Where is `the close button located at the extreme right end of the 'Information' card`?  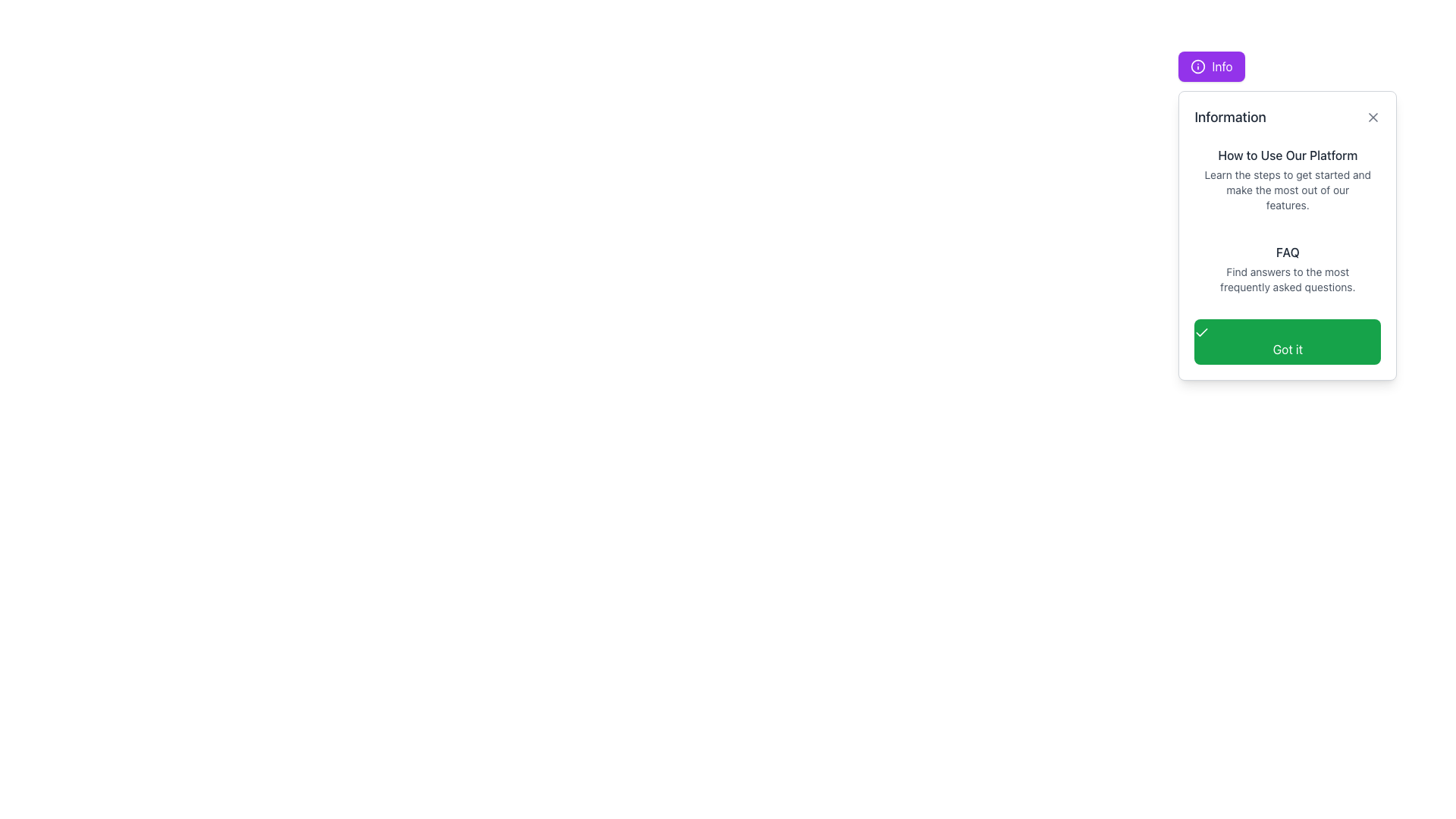 the close button located at the extreme right end of the 'Information' card is located at coordinates (1373, 116).